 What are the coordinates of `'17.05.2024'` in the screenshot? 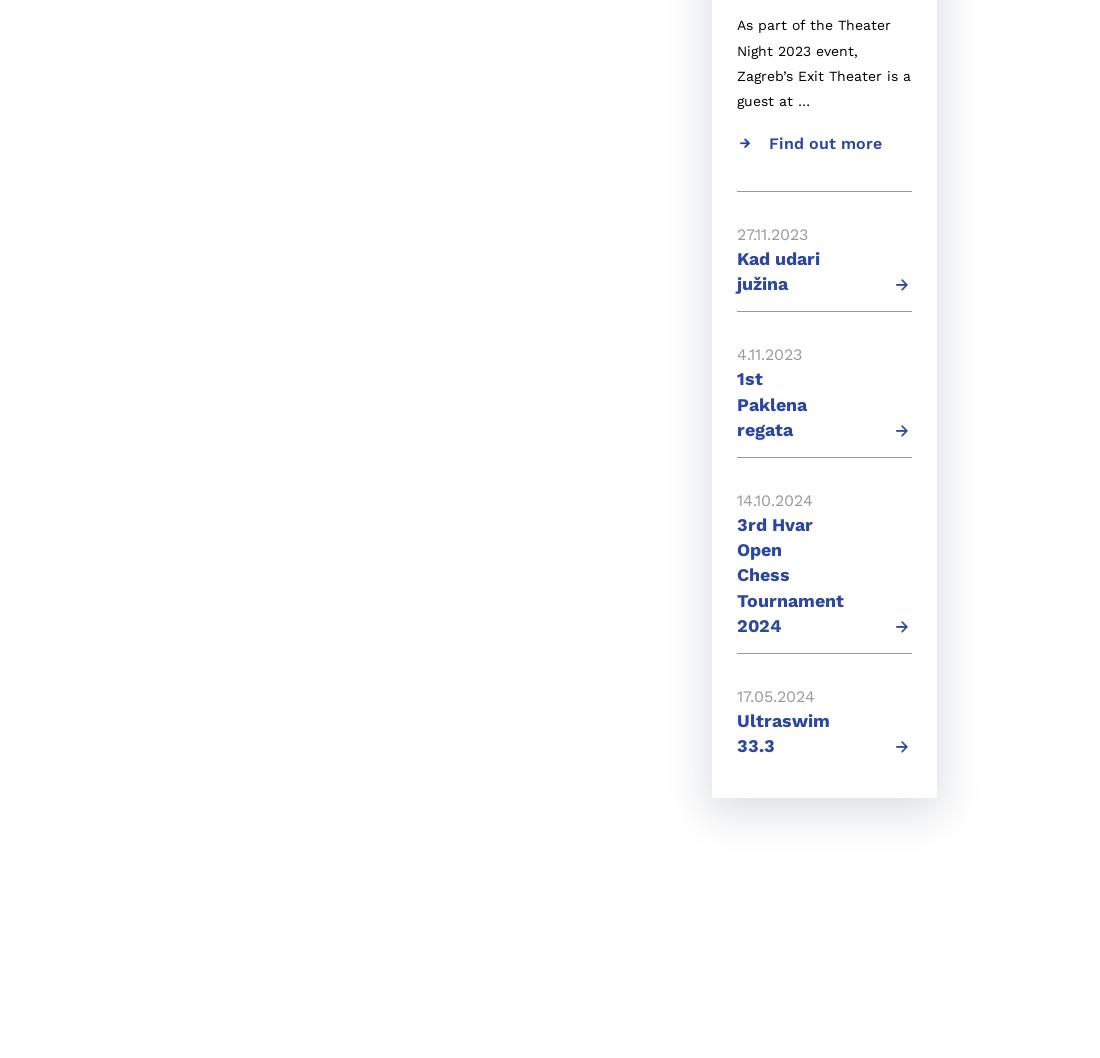 It's located at (776, 694).